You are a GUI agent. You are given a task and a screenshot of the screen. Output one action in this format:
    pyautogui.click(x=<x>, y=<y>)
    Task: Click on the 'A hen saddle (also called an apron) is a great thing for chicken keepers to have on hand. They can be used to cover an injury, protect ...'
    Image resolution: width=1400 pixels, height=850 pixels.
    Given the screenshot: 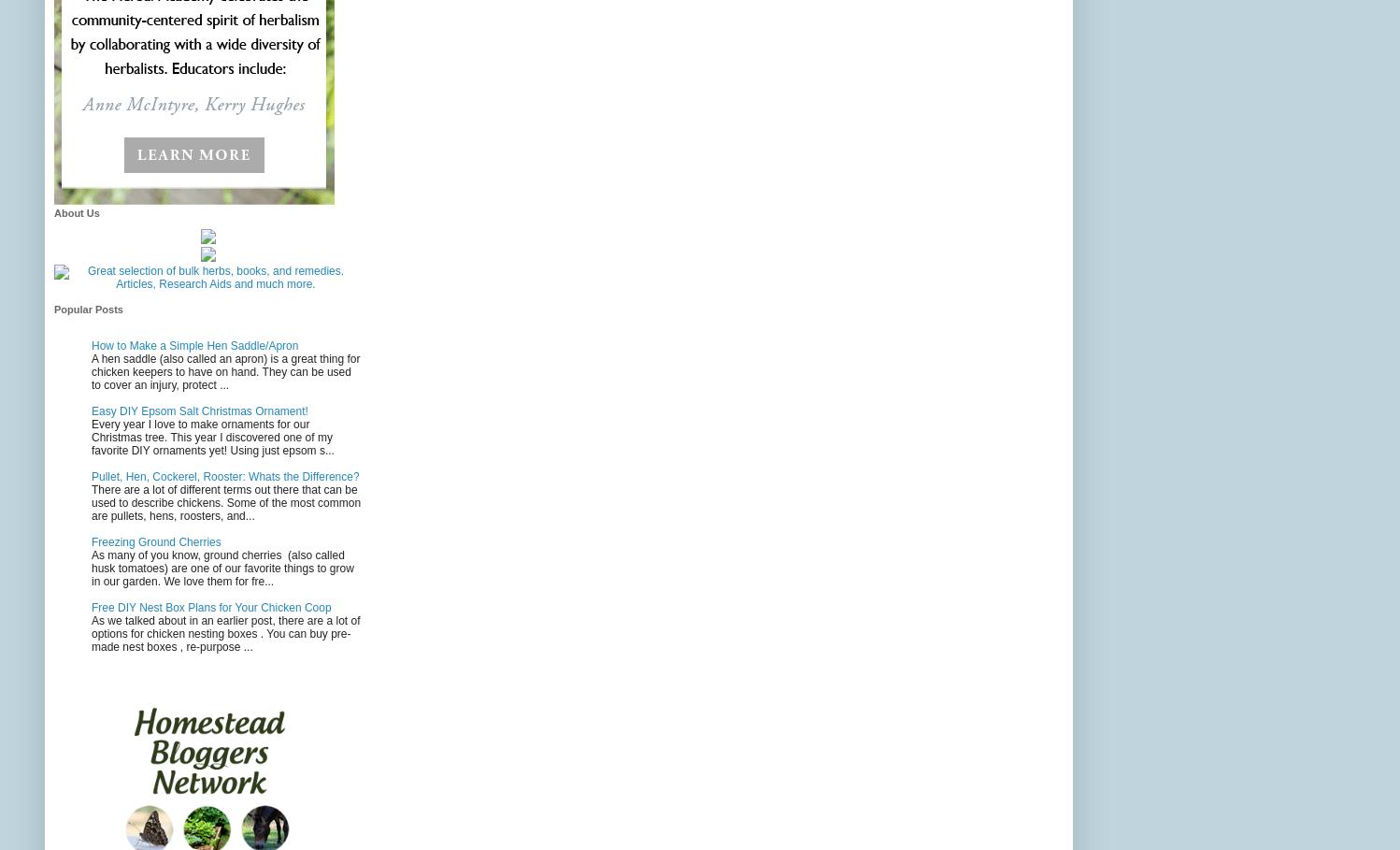 What is the action you would take?
    pyautogui.click(x=225, y=371)
    